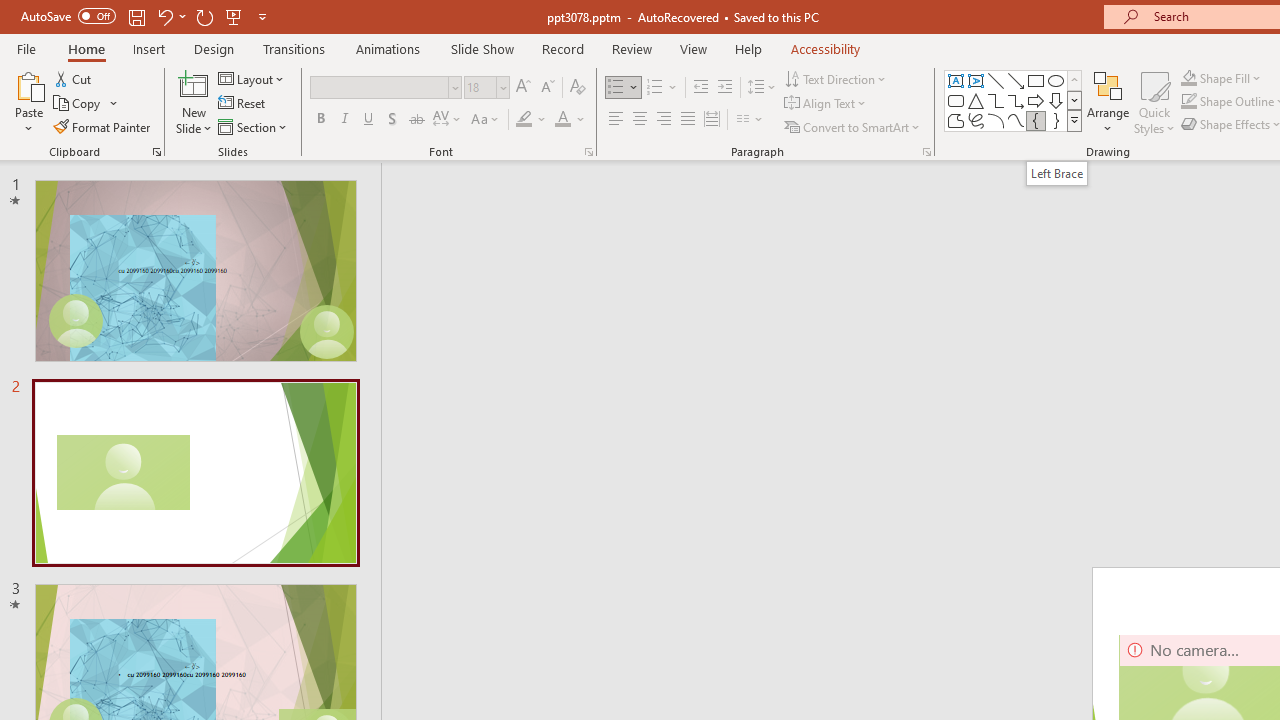 The image size is (1280, 720). What do you see at coordinates (1016, 100) in the screenshot?
I see `'Connector: Elbow Arrow'` at bounding box center [1016, 100].